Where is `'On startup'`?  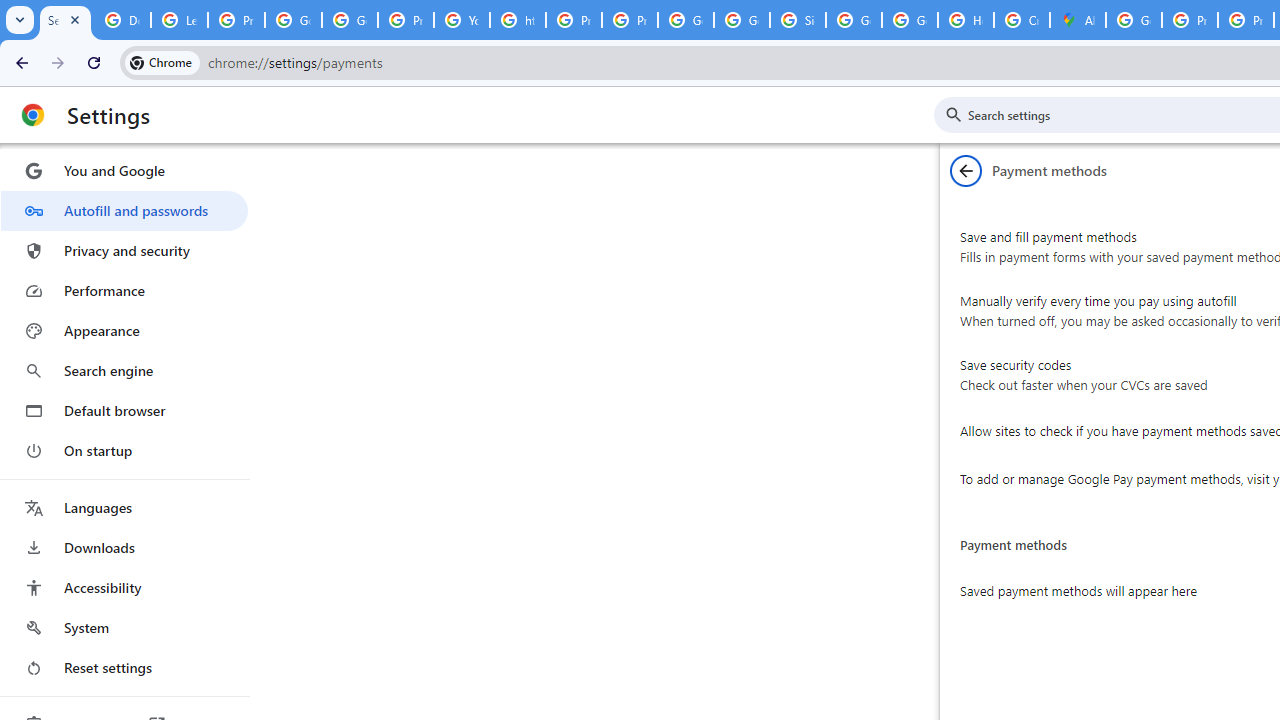 'On startup' is located at coordinates (123, 451).